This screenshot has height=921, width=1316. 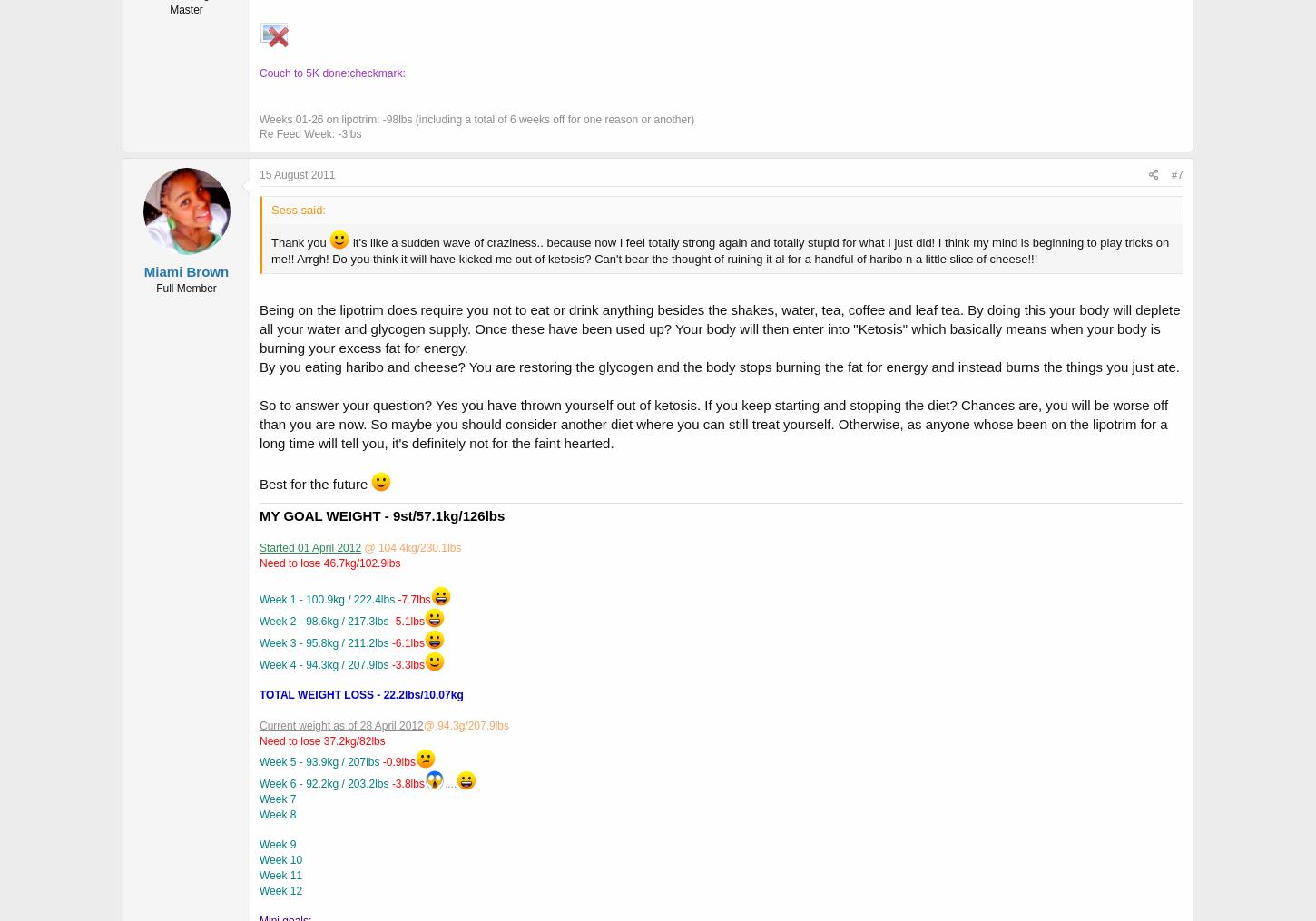 I want to click on '-5.1lbs', so click(x=407, y=621).